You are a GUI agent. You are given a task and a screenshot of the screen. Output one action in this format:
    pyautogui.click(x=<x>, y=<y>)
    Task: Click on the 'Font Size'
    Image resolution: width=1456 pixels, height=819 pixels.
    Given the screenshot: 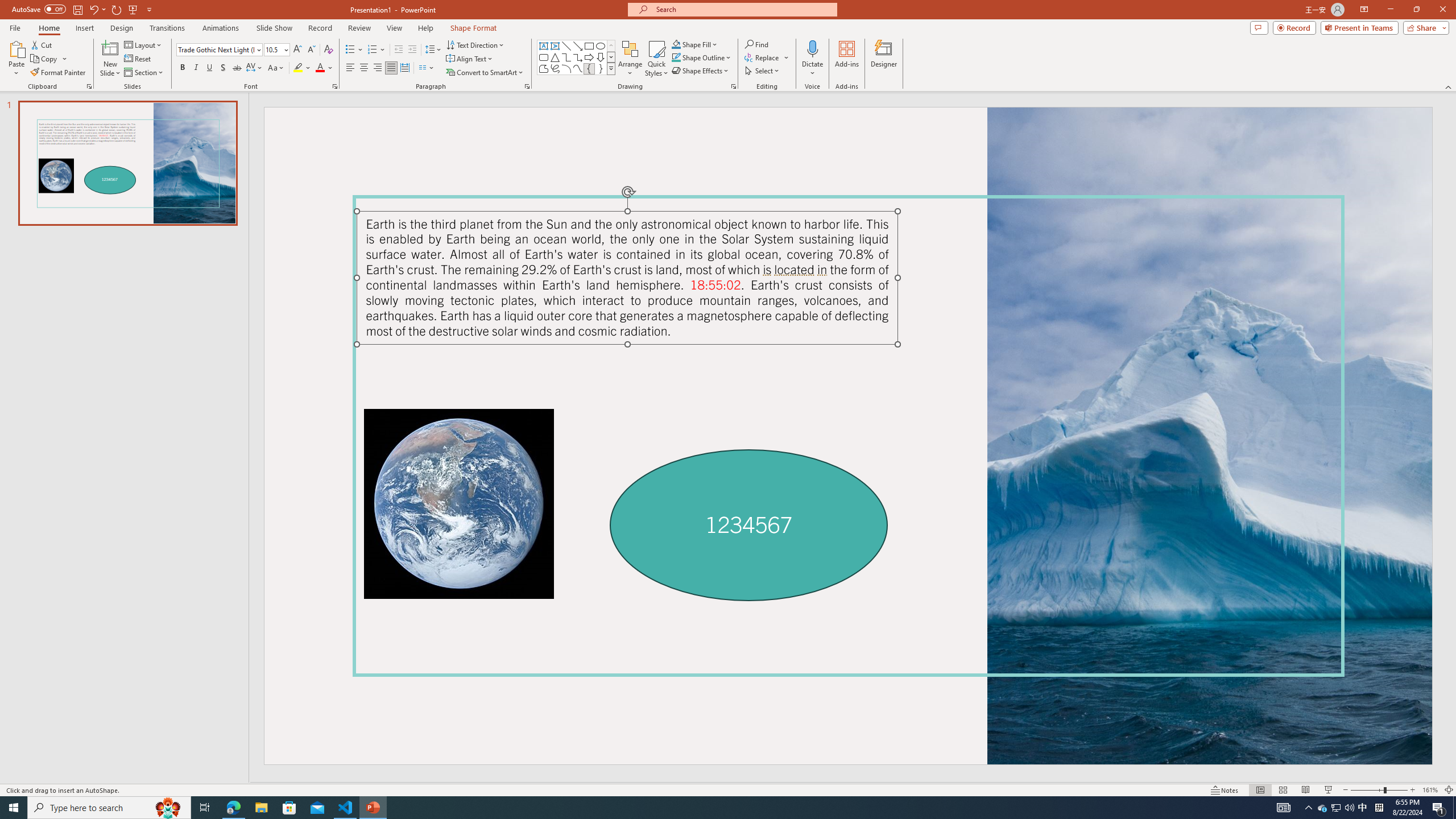 What is the action you would take?
    pyautogui.click(x=274, y=49)
    